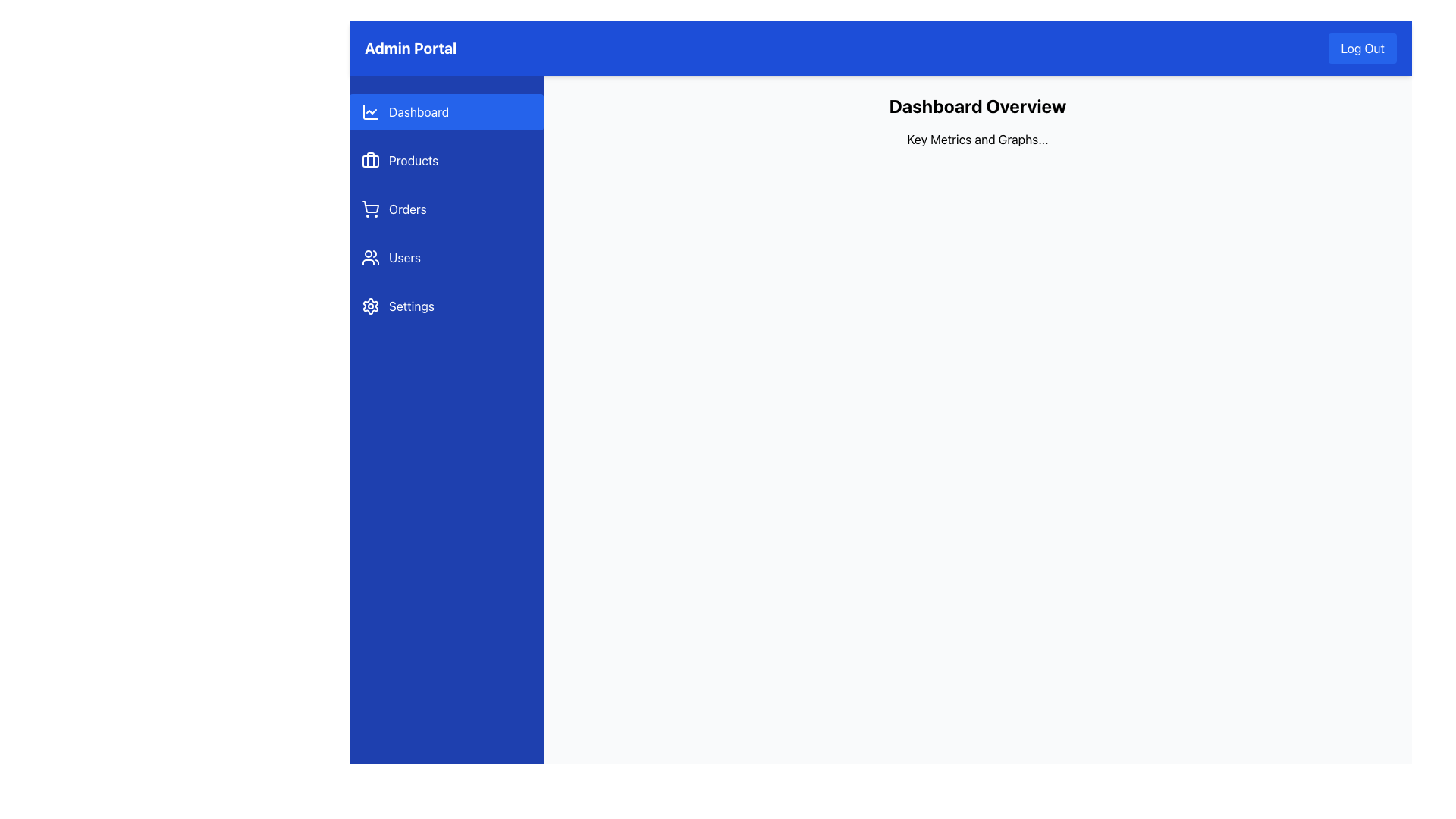 The image size is (1456, 819). I want to click on the 'Orders' menu item icon located in the sidebar navigation menu, which is positioned above the 'Users' option and below the 'Products' option, so click(371, 207).